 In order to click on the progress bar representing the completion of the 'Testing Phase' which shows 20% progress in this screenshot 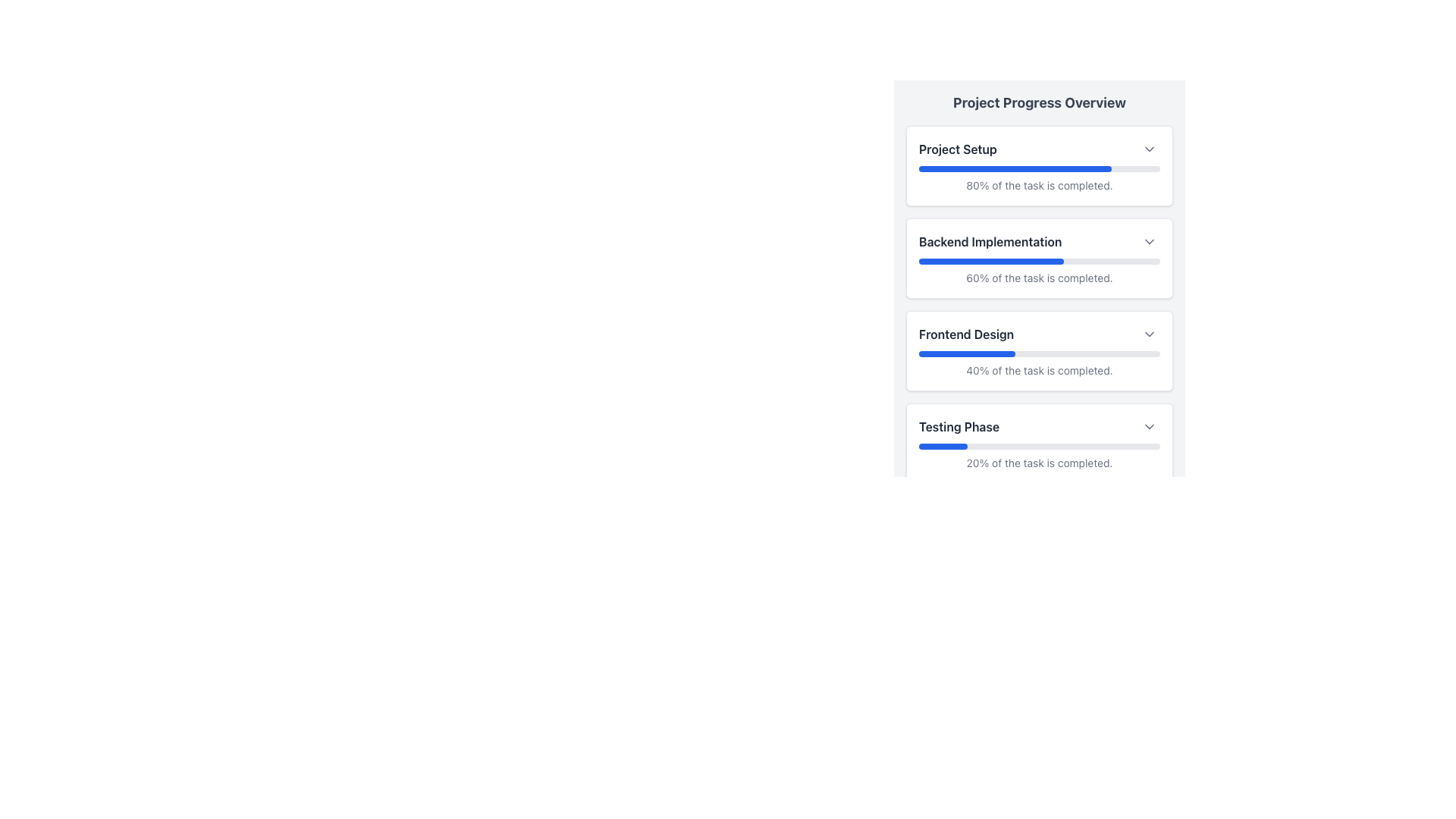, I will do `click(1039, 446)`.